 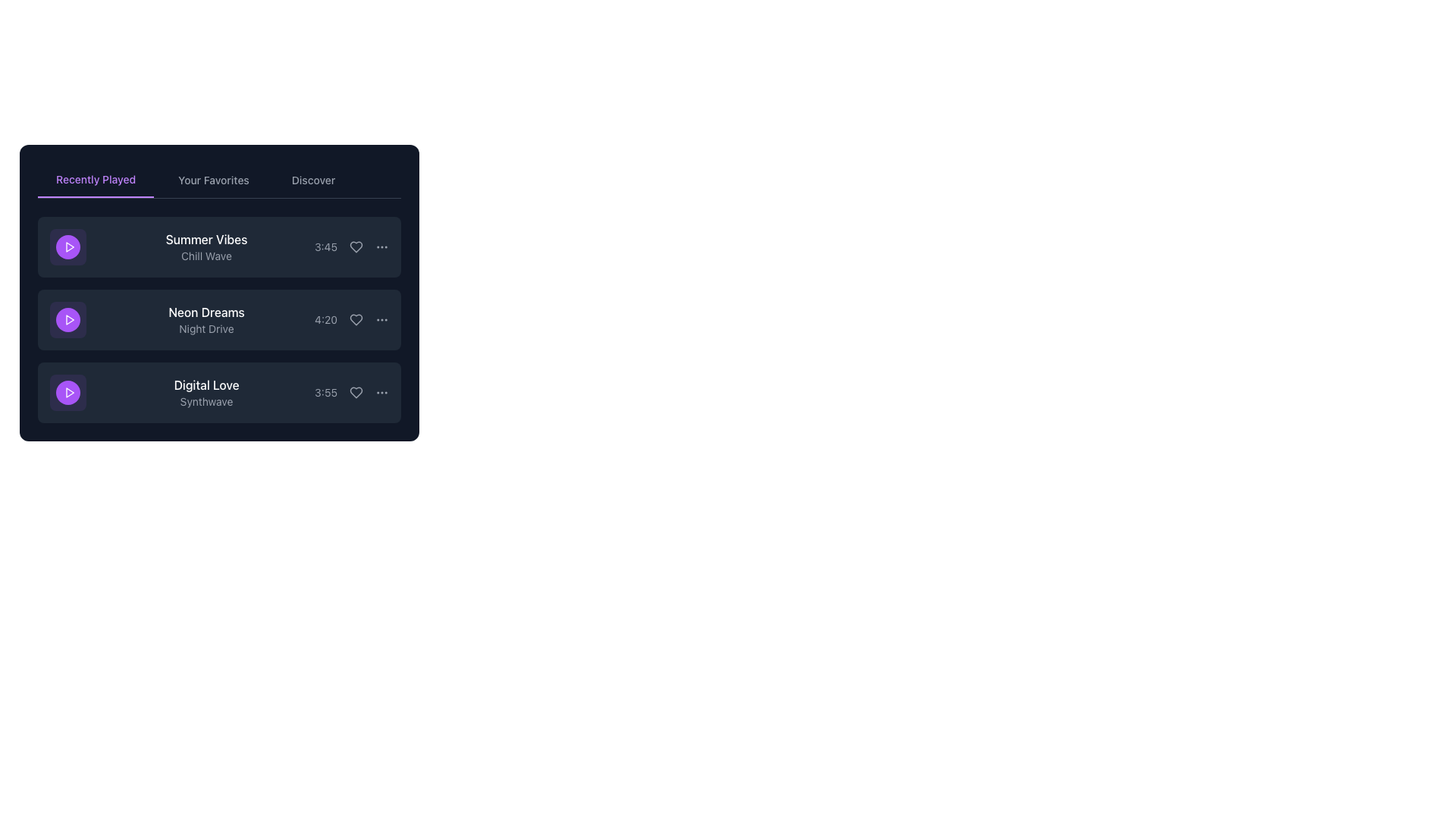 I want to click on the Icon button located to the right of the text '3:45', so click(x=382, y=246).